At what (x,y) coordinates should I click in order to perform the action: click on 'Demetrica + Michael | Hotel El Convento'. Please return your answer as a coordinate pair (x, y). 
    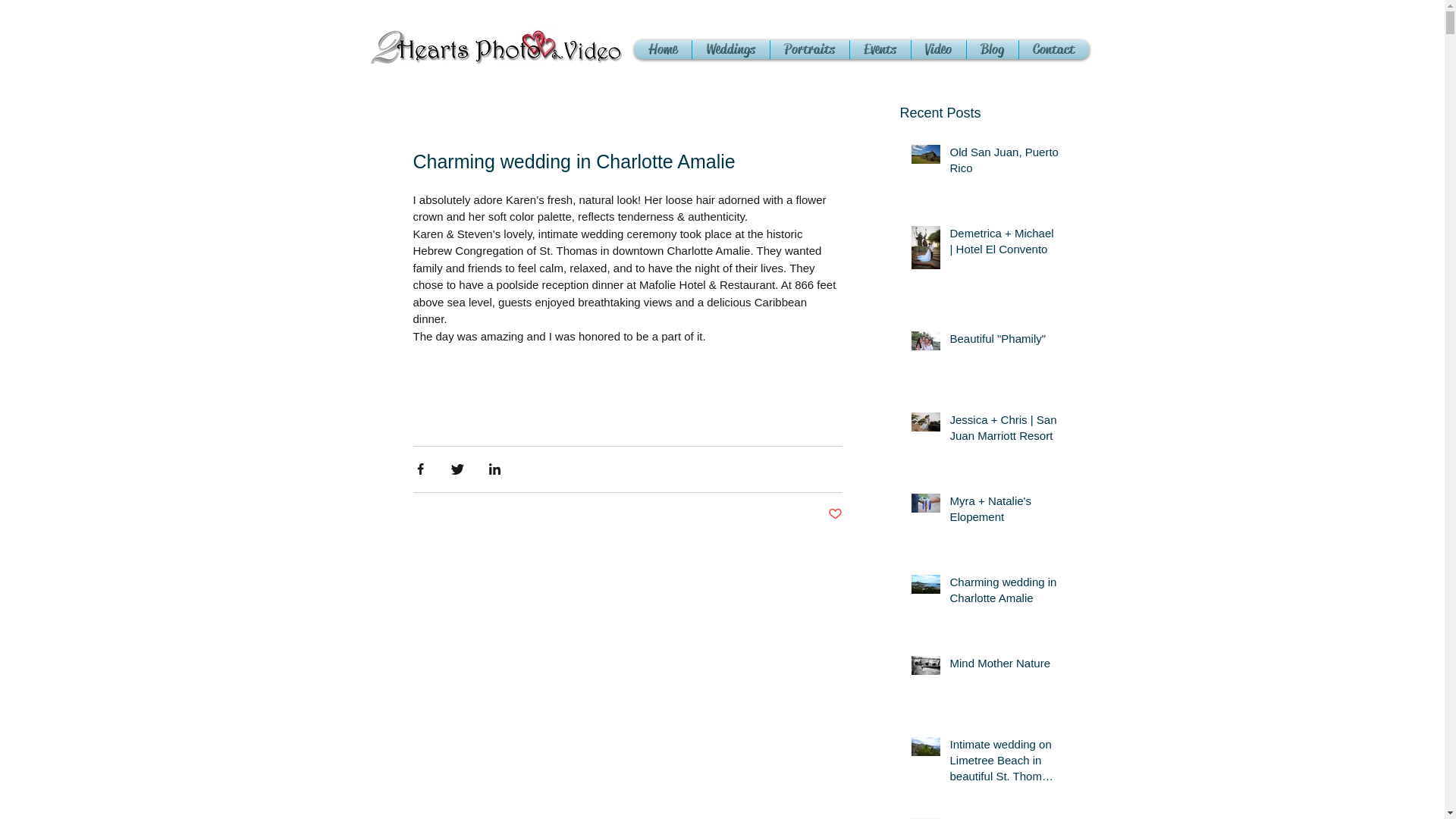
    Looking at the image, I should click on (1004, 243).